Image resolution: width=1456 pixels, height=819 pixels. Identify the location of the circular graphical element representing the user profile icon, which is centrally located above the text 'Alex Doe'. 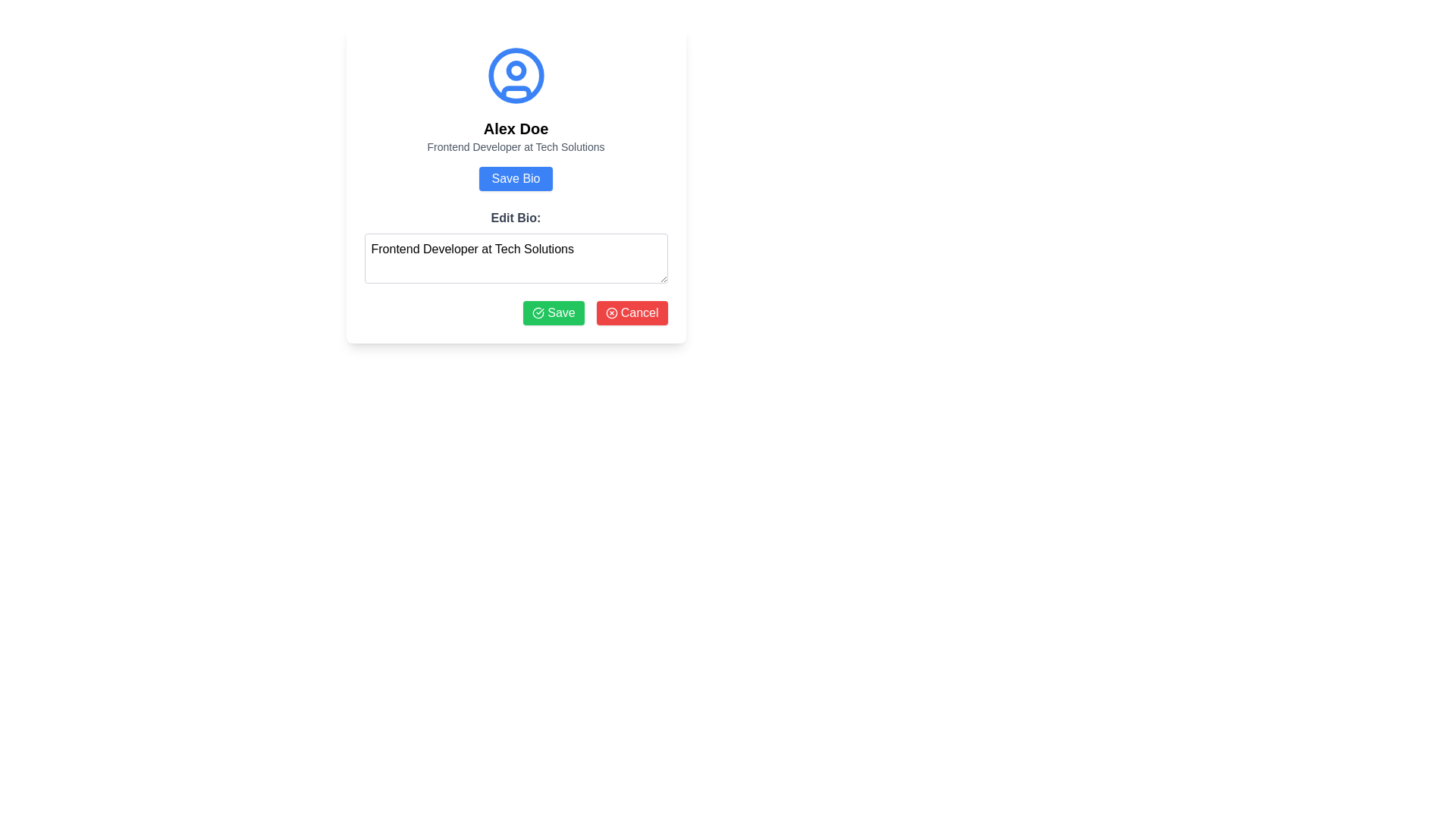
(516, 76).